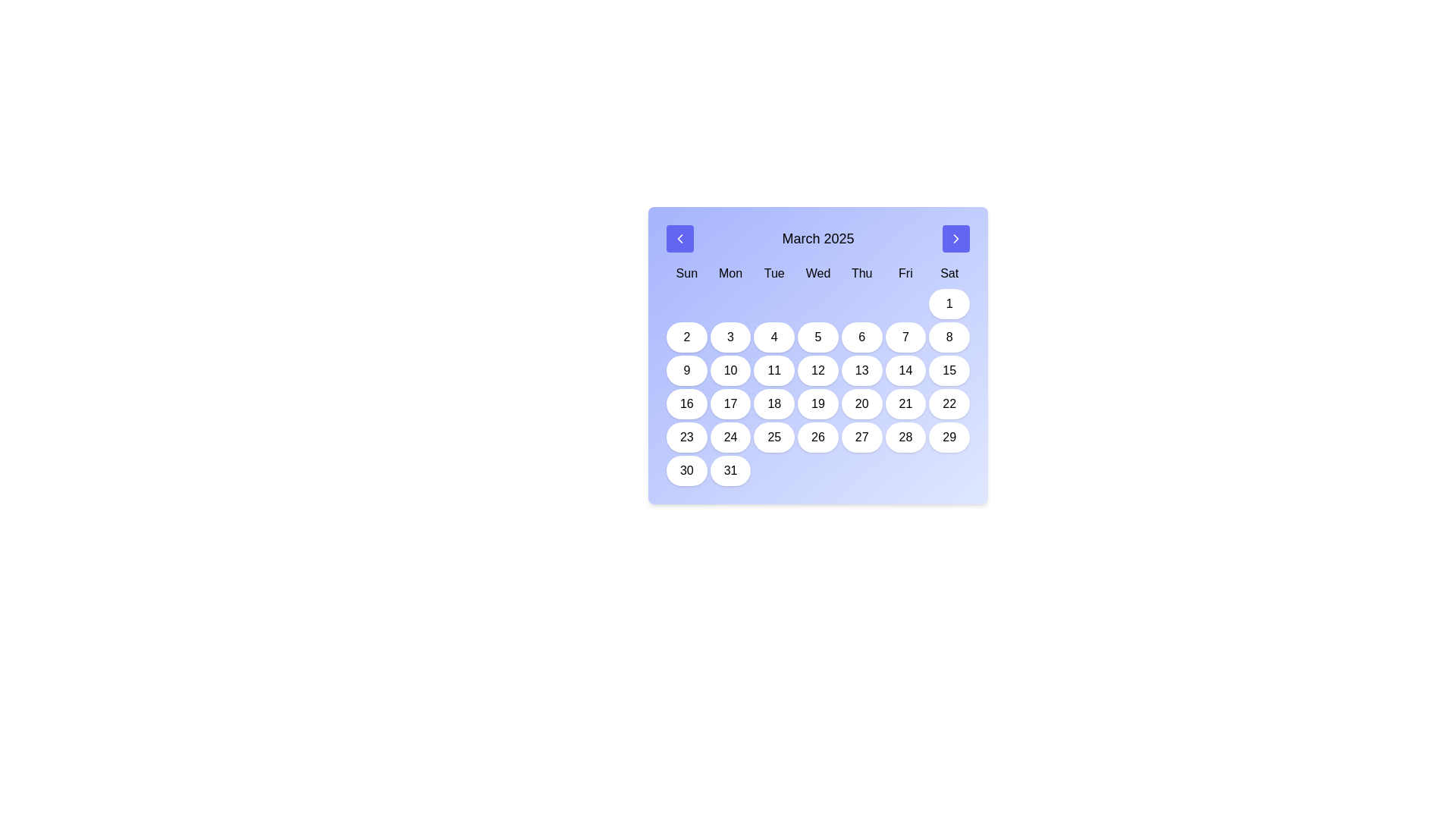 Image resolution: width=1456 pixels, height=819 pixels. What do you see at coordinates (905, 336) in the screenshot?
I see `the calendar date '7' button located in the second row and sixth column of the calendar grid to trigger a color change` at bounding box center [905, 336].